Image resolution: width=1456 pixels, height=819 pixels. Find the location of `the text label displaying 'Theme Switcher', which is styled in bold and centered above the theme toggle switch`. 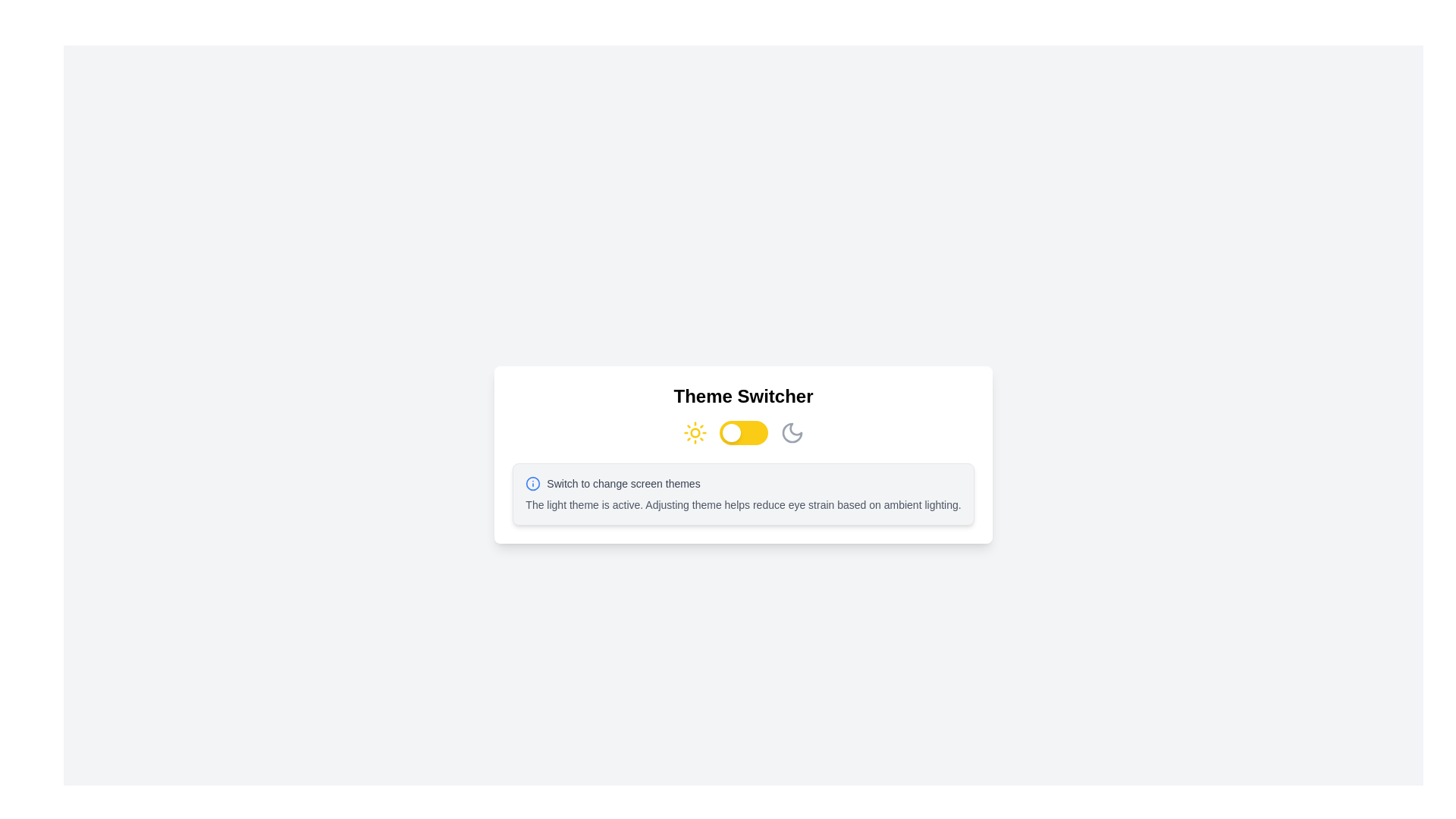

the text label displaying 'Theme Switcher', which is styled in bold and centered above the theme toggle switch is located at coordinates (743, 396).